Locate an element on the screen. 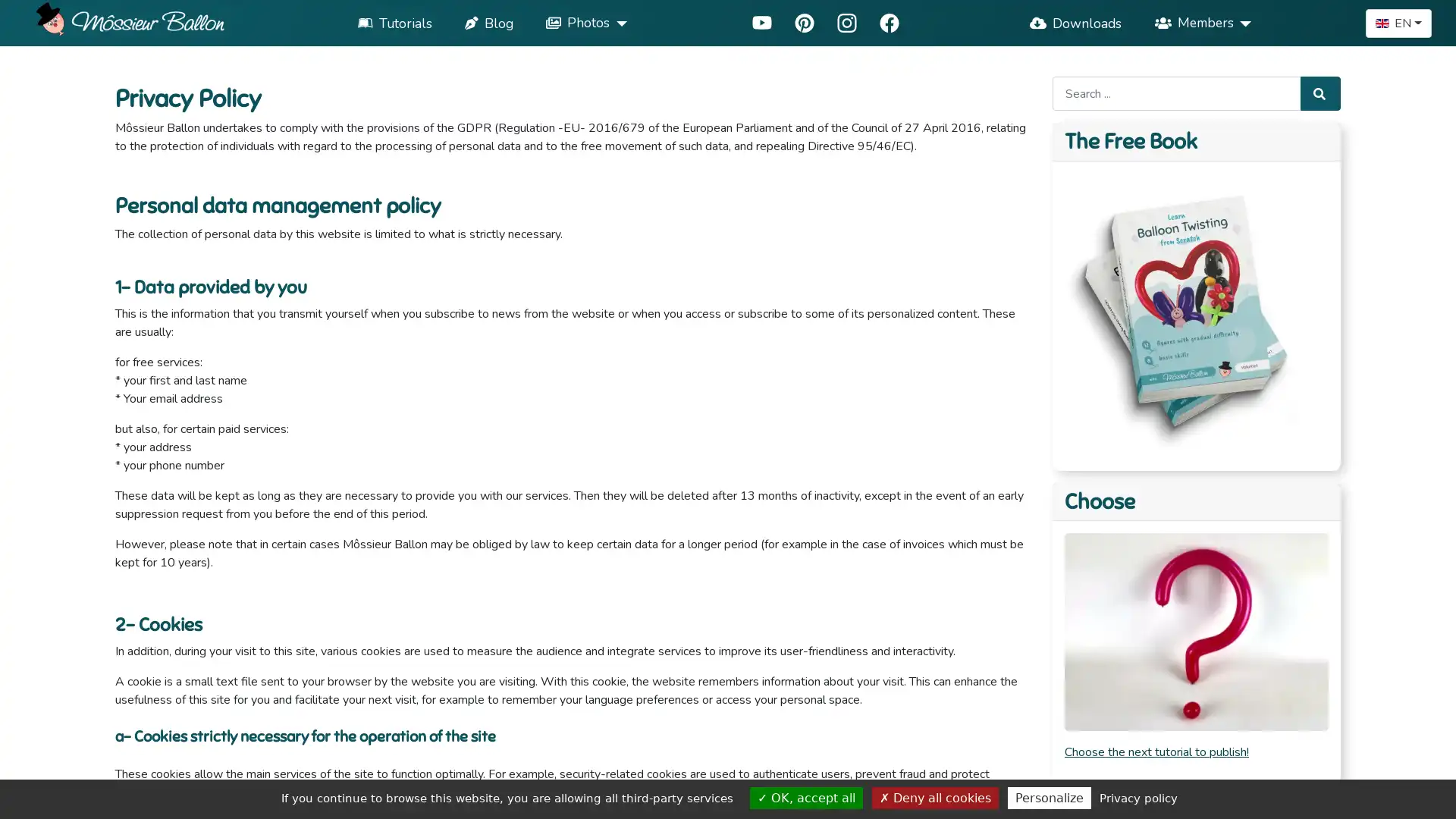 This screenshot has height=819, width=1456. Deny all cookies is located at coordinates (934, 797).